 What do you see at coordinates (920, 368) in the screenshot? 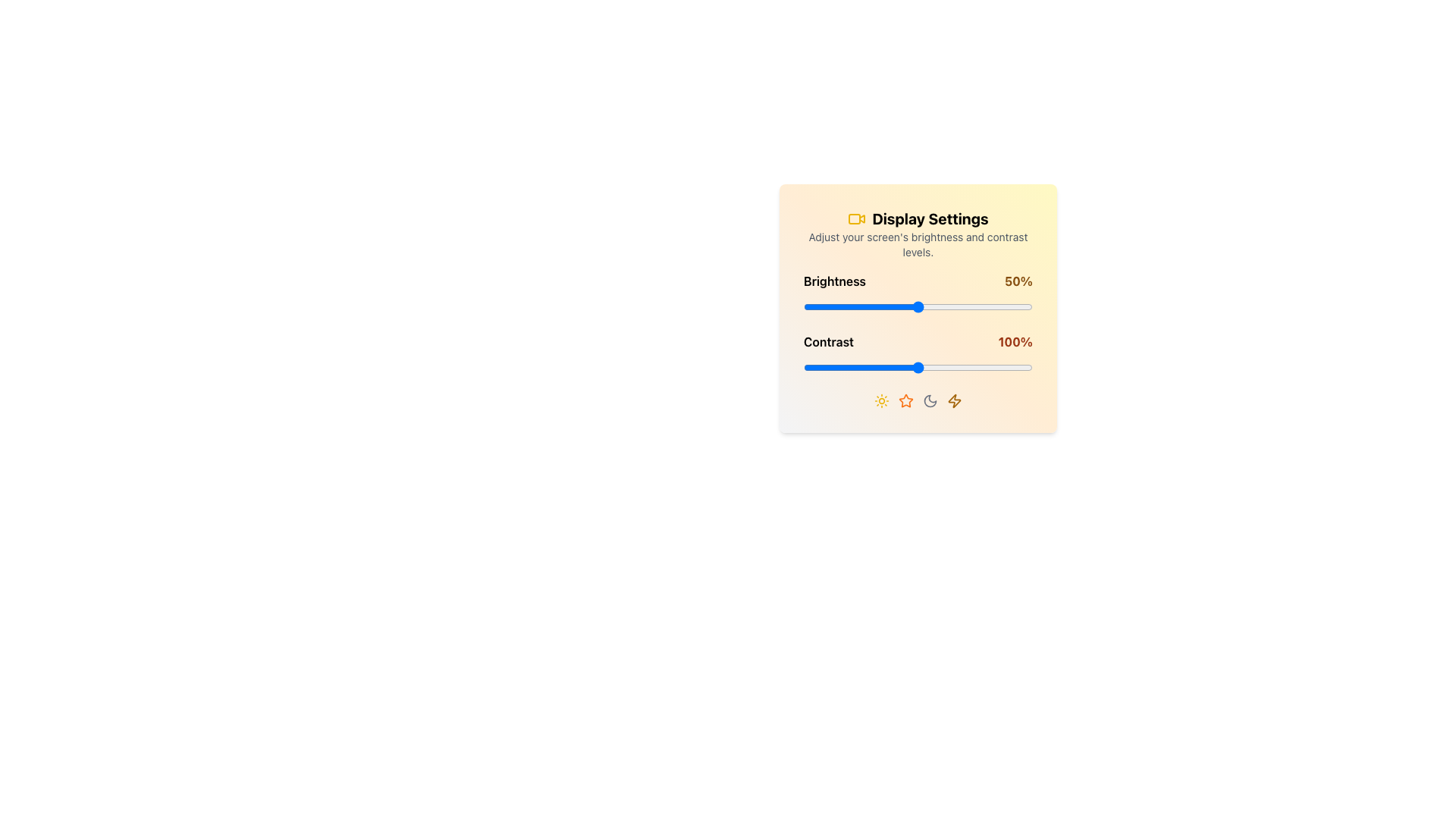
I see `contrast` at bounding box center [920, 368].